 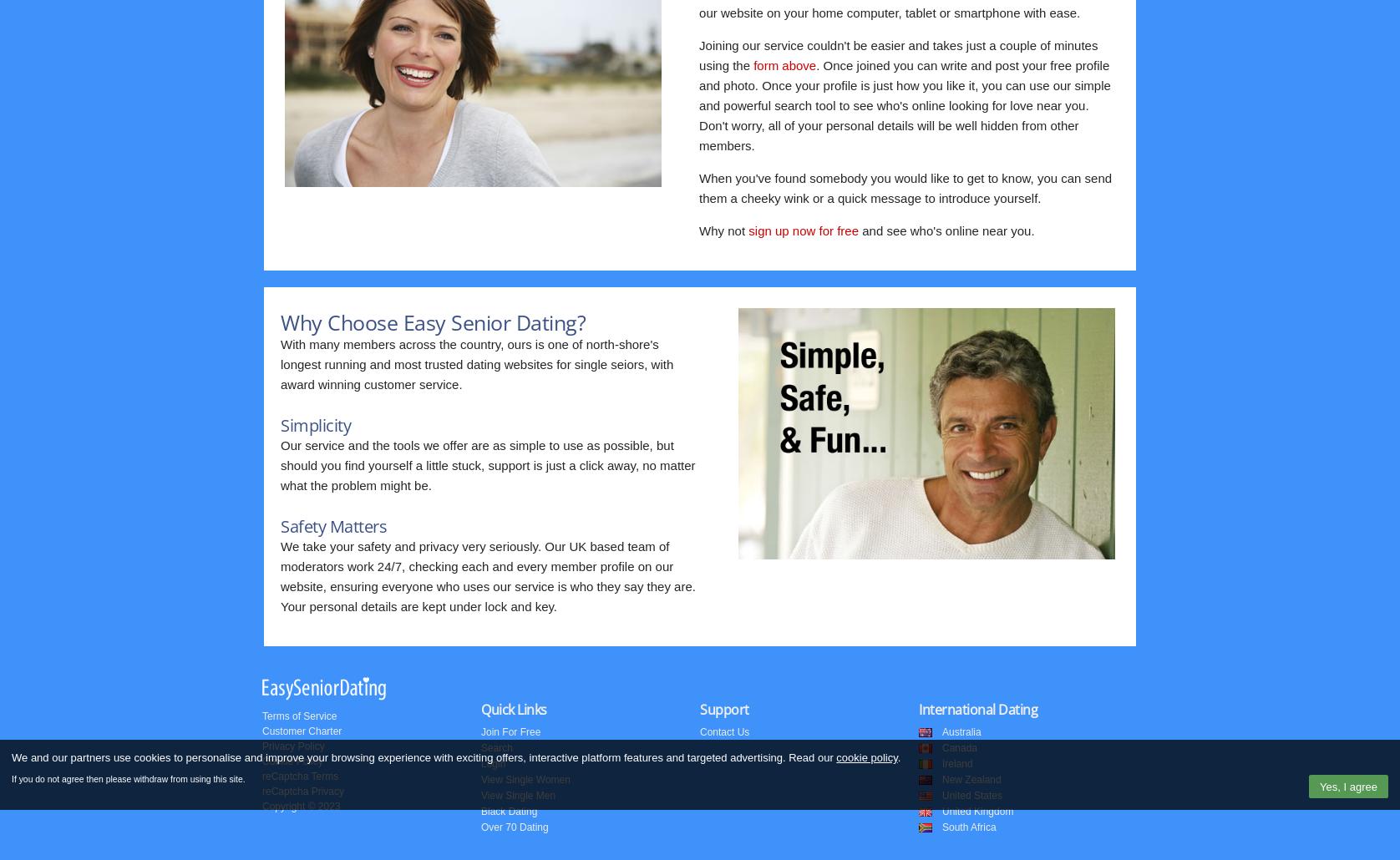 I want to click on 'We take your safety and privacy very seriously. Our UK based team of moderators work 24/7, checking each and every member profile on our website, ensuring everyone who uses our service is who they say they are. Your personal details are kept under lock and key.', so click(x=487, y=576).